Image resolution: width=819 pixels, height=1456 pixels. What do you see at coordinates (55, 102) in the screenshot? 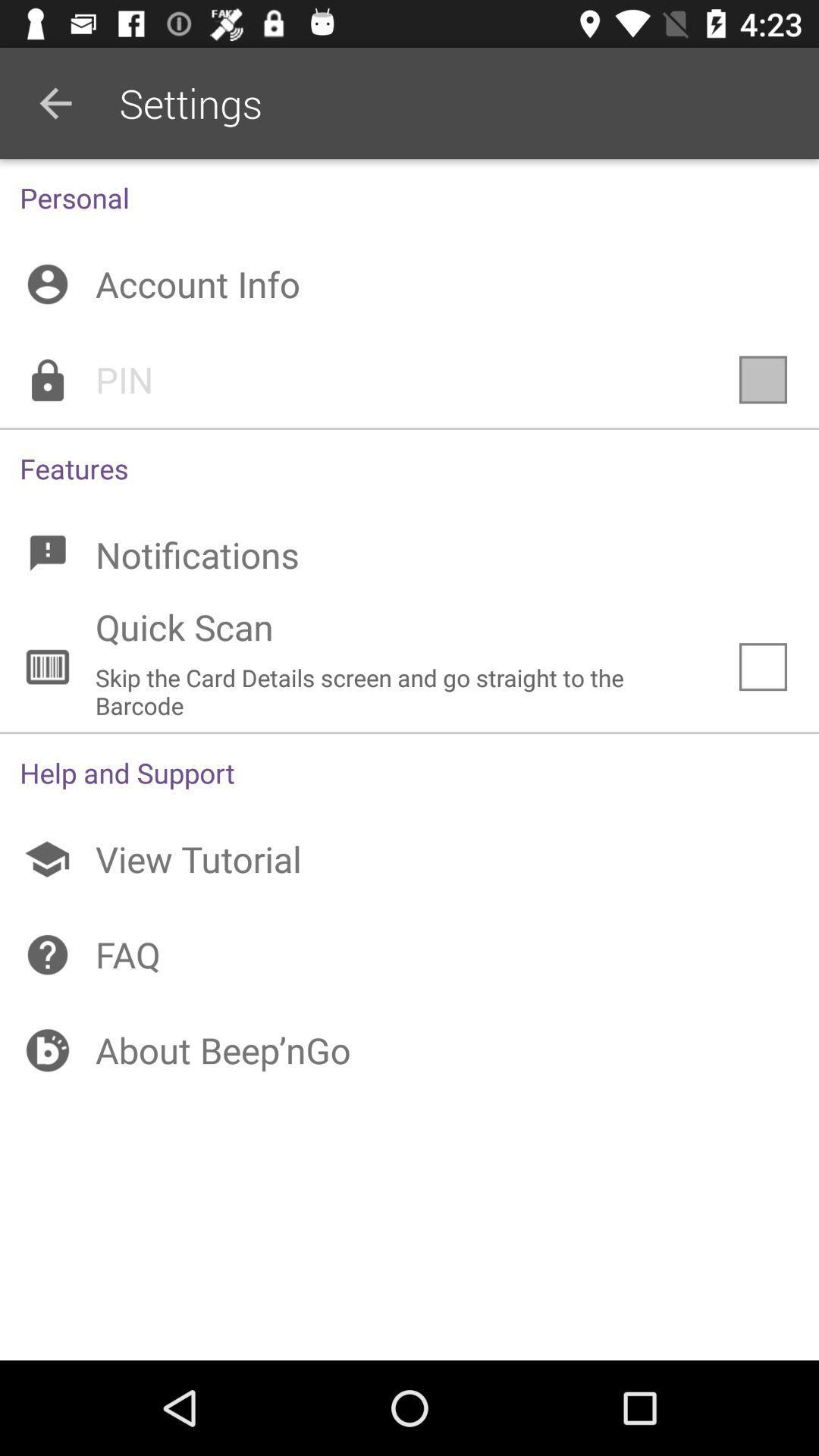
I see `the app to the left of the settings icon` at bounding box center [55, 102].